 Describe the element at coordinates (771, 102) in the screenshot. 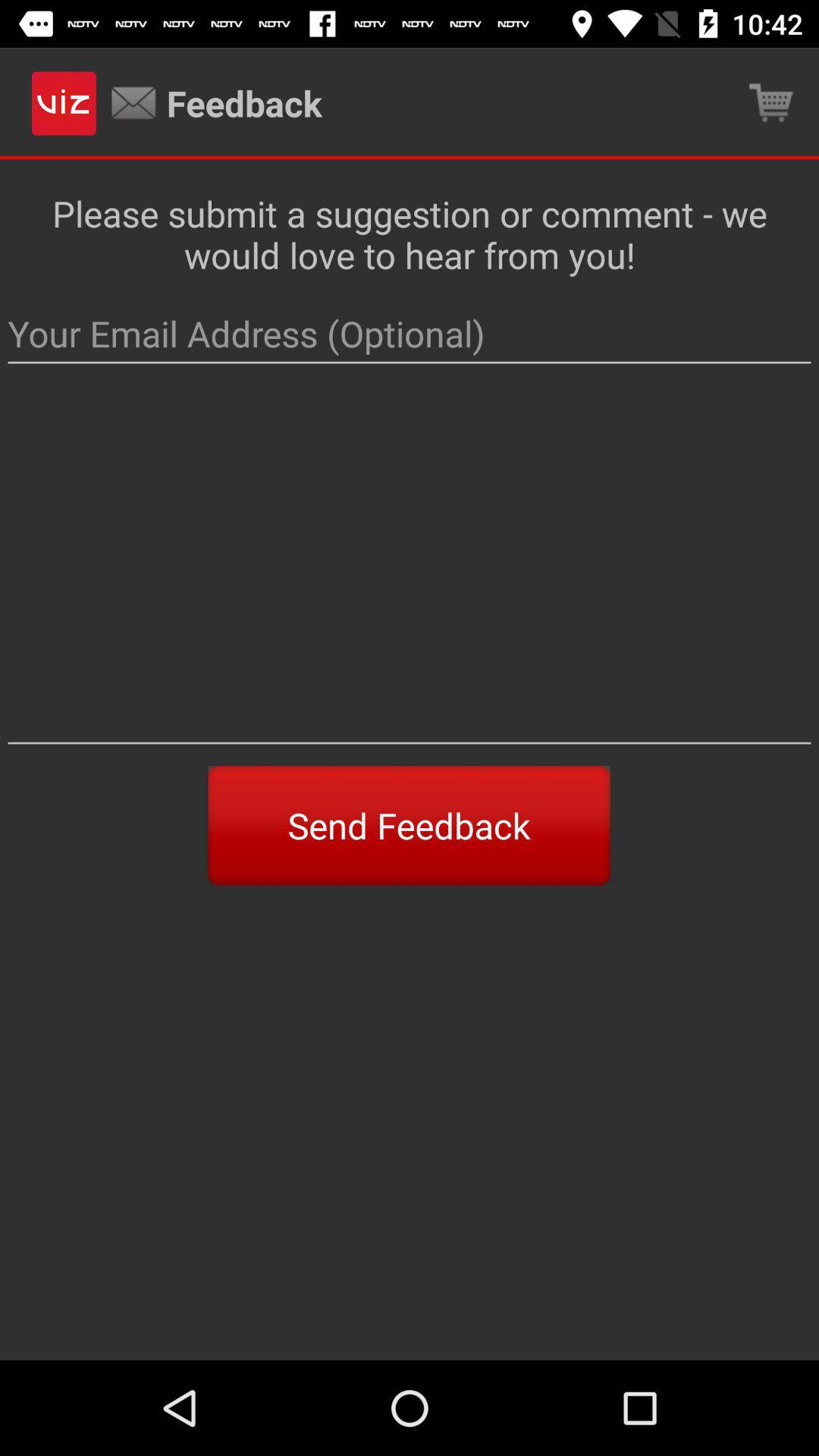

I see `item at the top right corner` at that location.